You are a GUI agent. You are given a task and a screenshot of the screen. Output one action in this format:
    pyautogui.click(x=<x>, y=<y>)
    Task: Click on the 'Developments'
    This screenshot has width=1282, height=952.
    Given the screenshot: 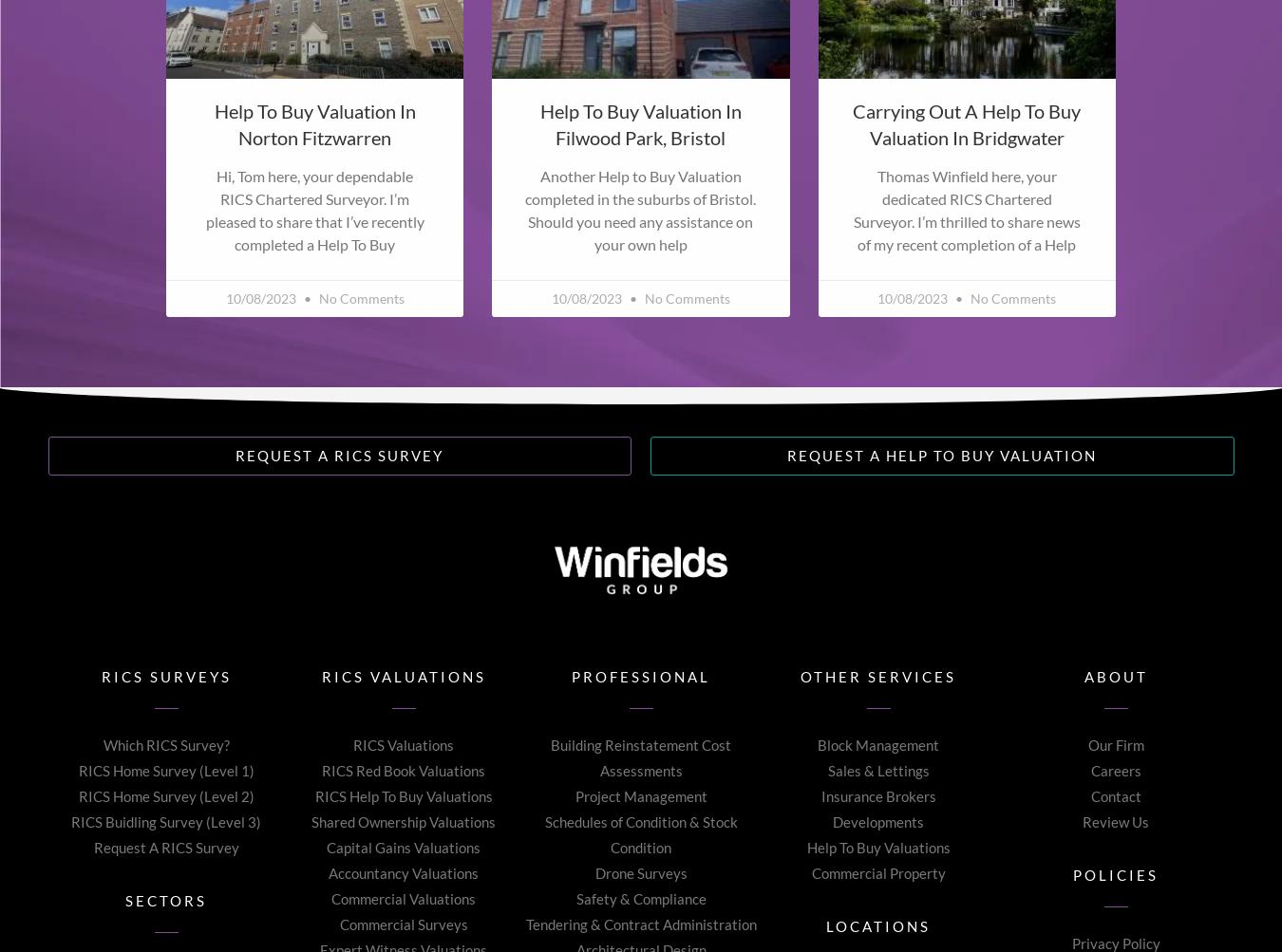 What is the action you would take?
    pyautogui.click(x=832, y=821)
    